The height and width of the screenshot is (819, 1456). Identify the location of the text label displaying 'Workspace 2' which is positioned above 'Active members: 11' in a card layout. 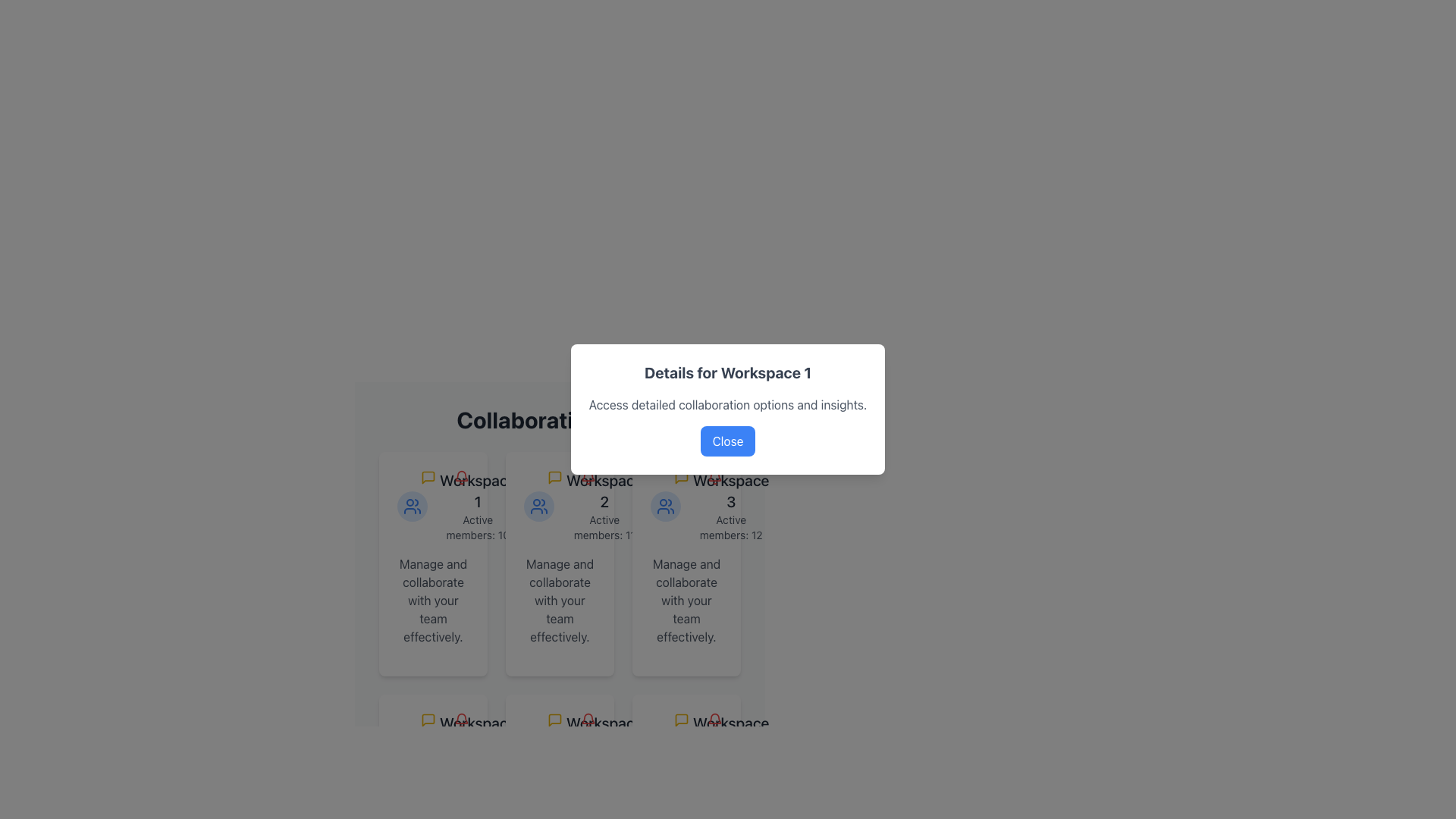
(604, 491).